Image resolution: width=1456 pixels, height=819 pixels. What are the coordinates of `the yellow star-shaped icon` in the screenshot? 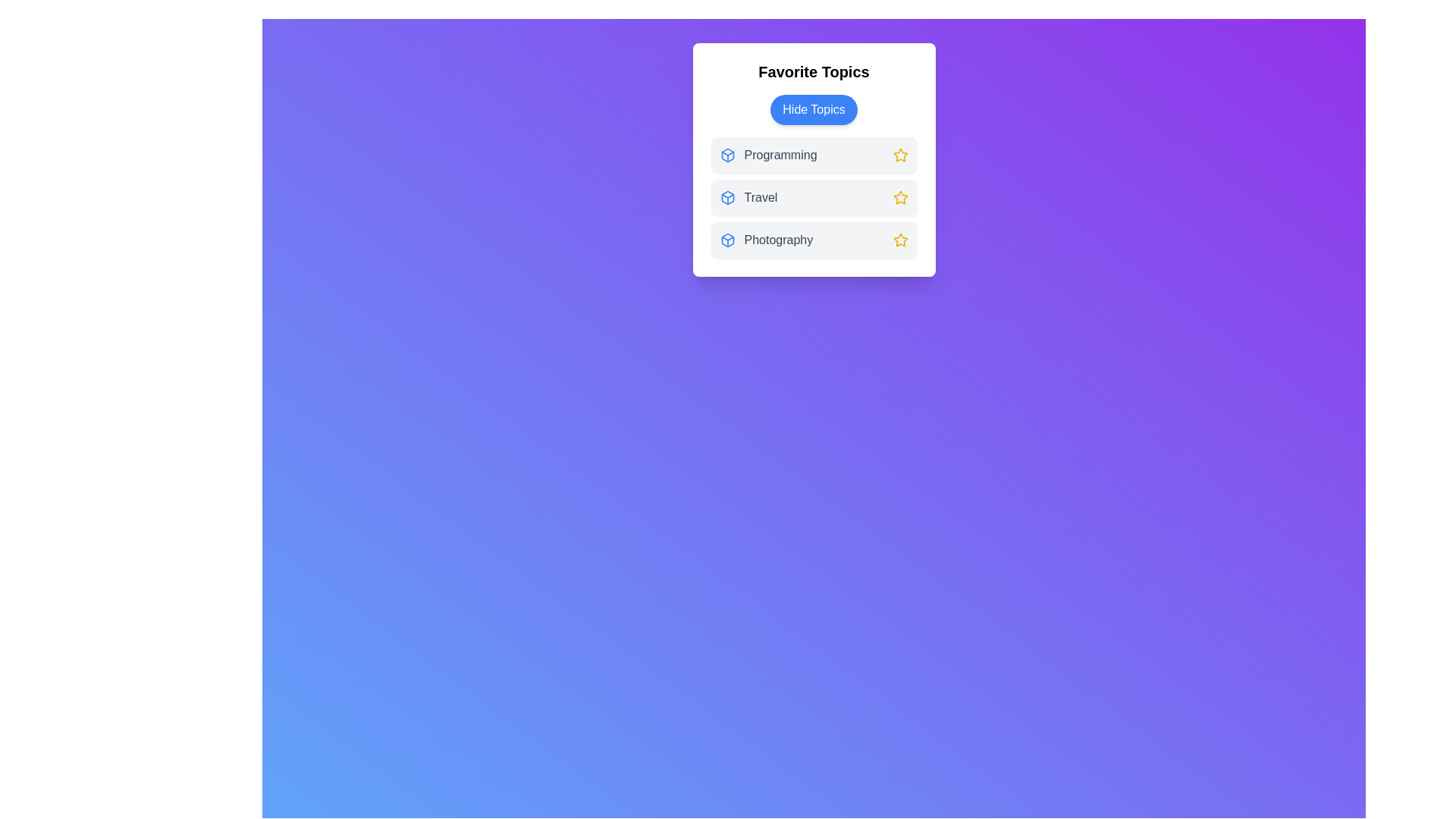 It's located at (900, 155).